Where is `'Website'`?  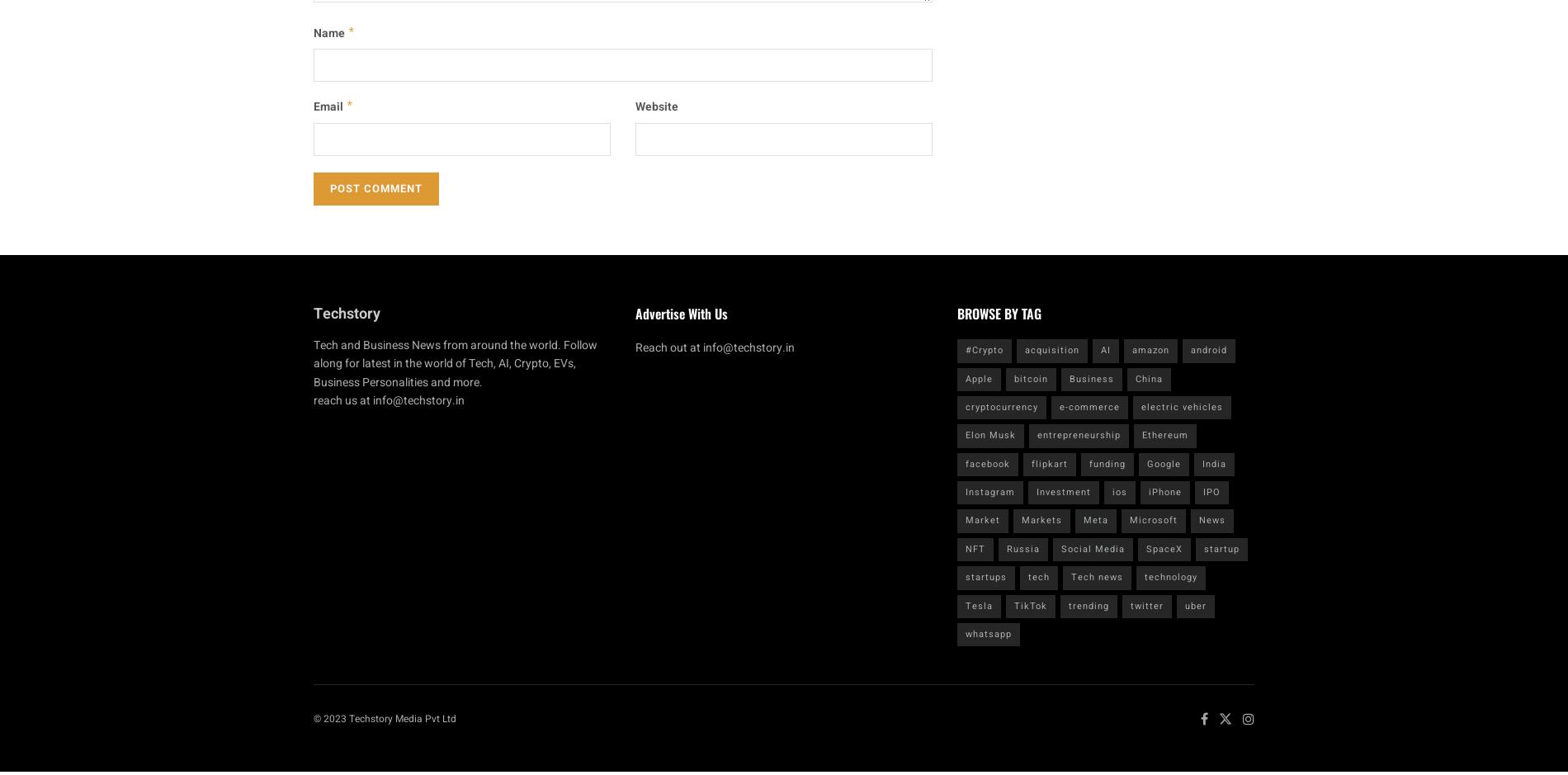
'Website' is located at coordinates (635, 106).